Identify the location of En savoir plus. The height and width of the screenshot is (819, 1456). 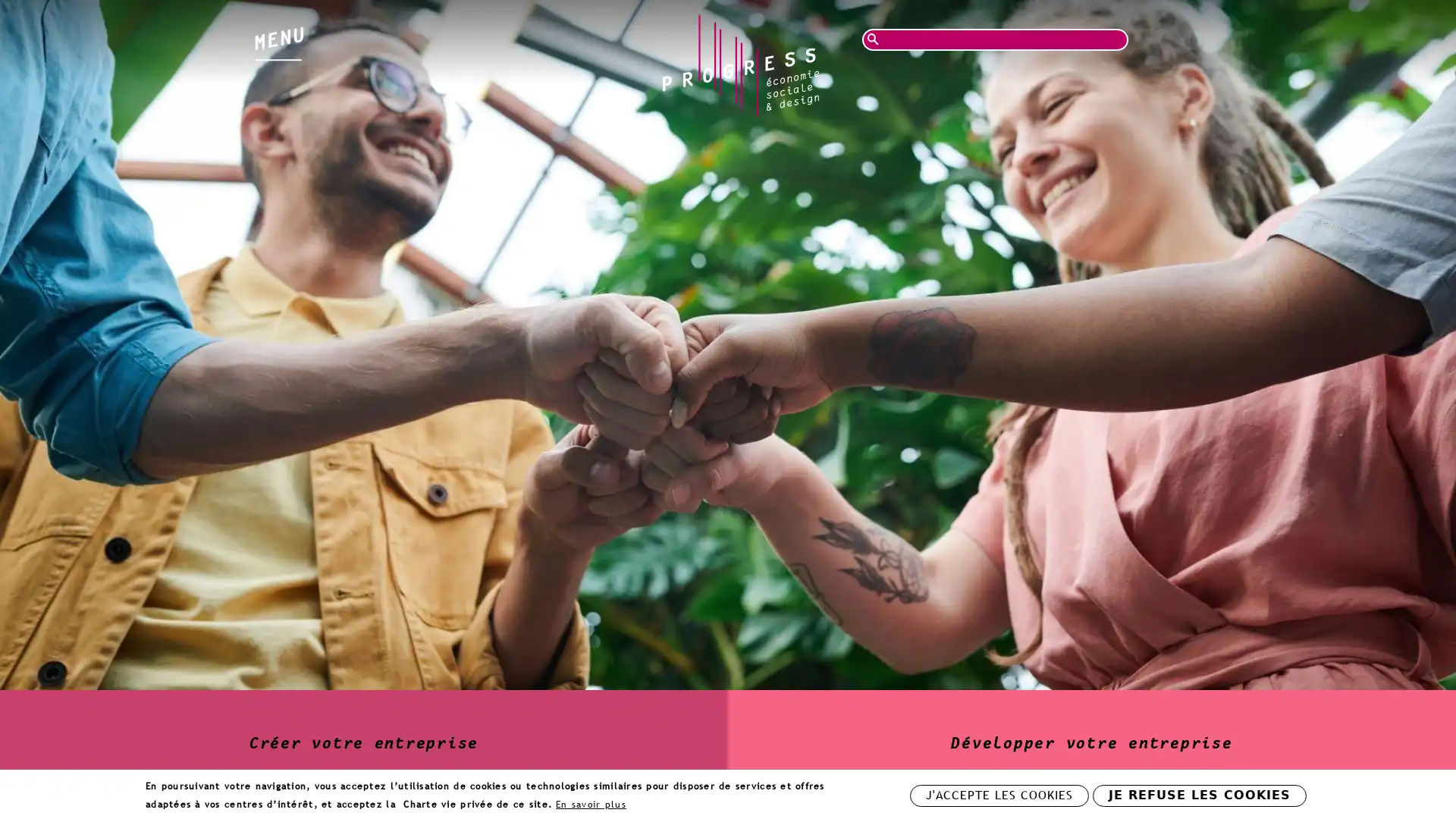
(589, 803).